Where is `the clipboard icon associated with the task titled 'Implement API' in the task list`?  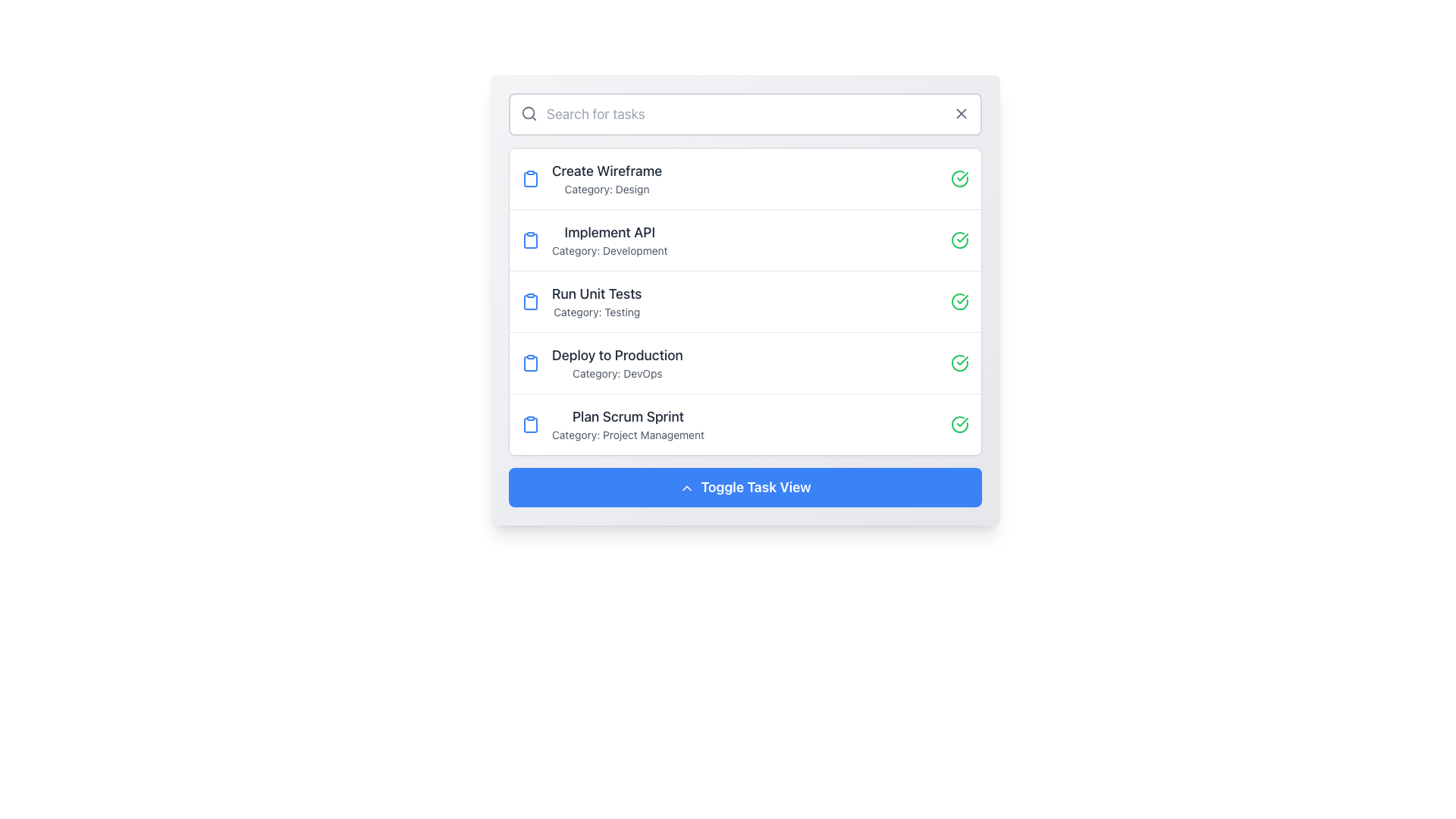
the clipboard icon associated with the task titled 'Implement API' in the task list is located at coordinates (531, 240).